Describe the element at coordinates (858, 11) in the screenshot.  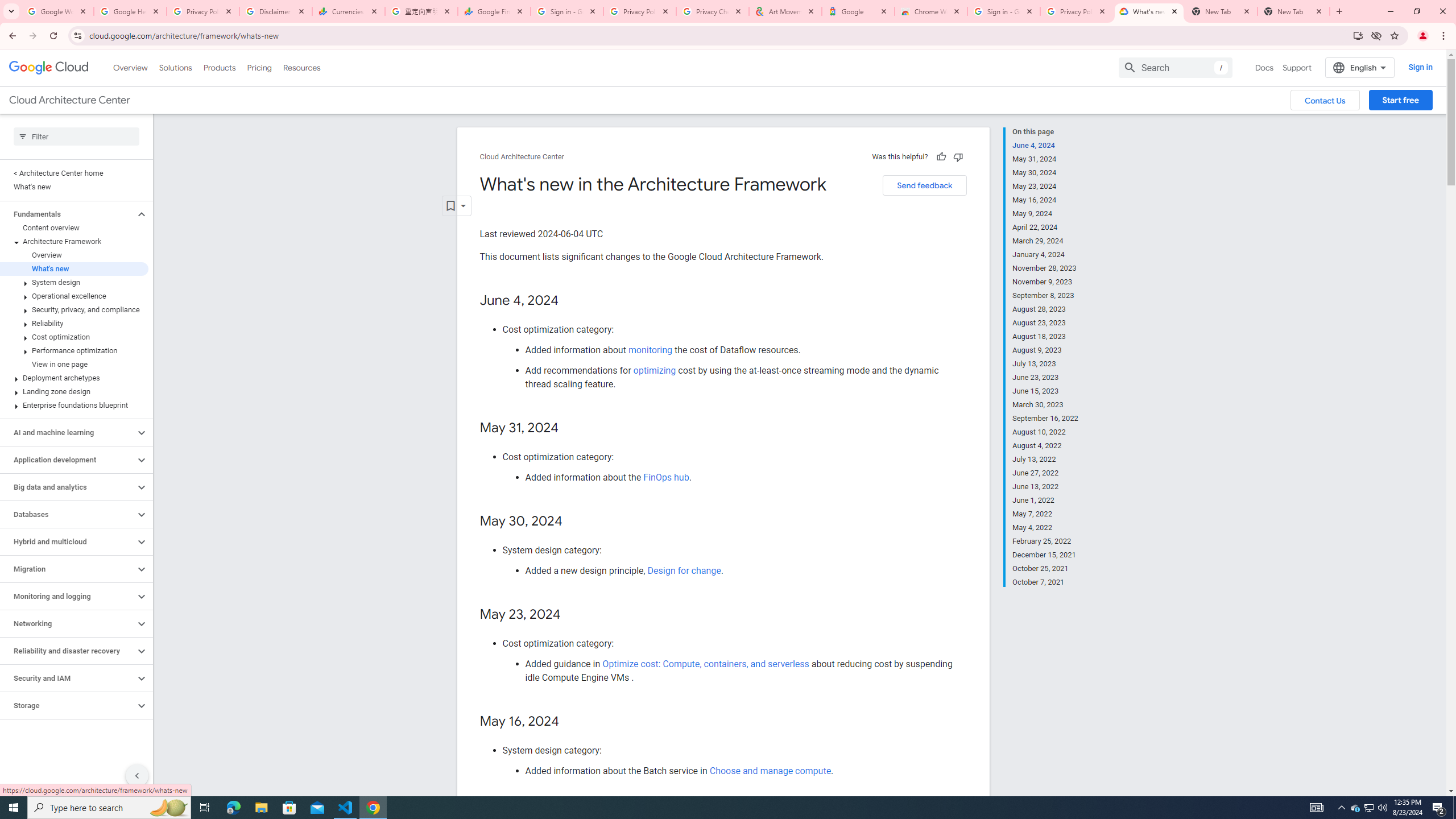
I see `'Google'` at that location.